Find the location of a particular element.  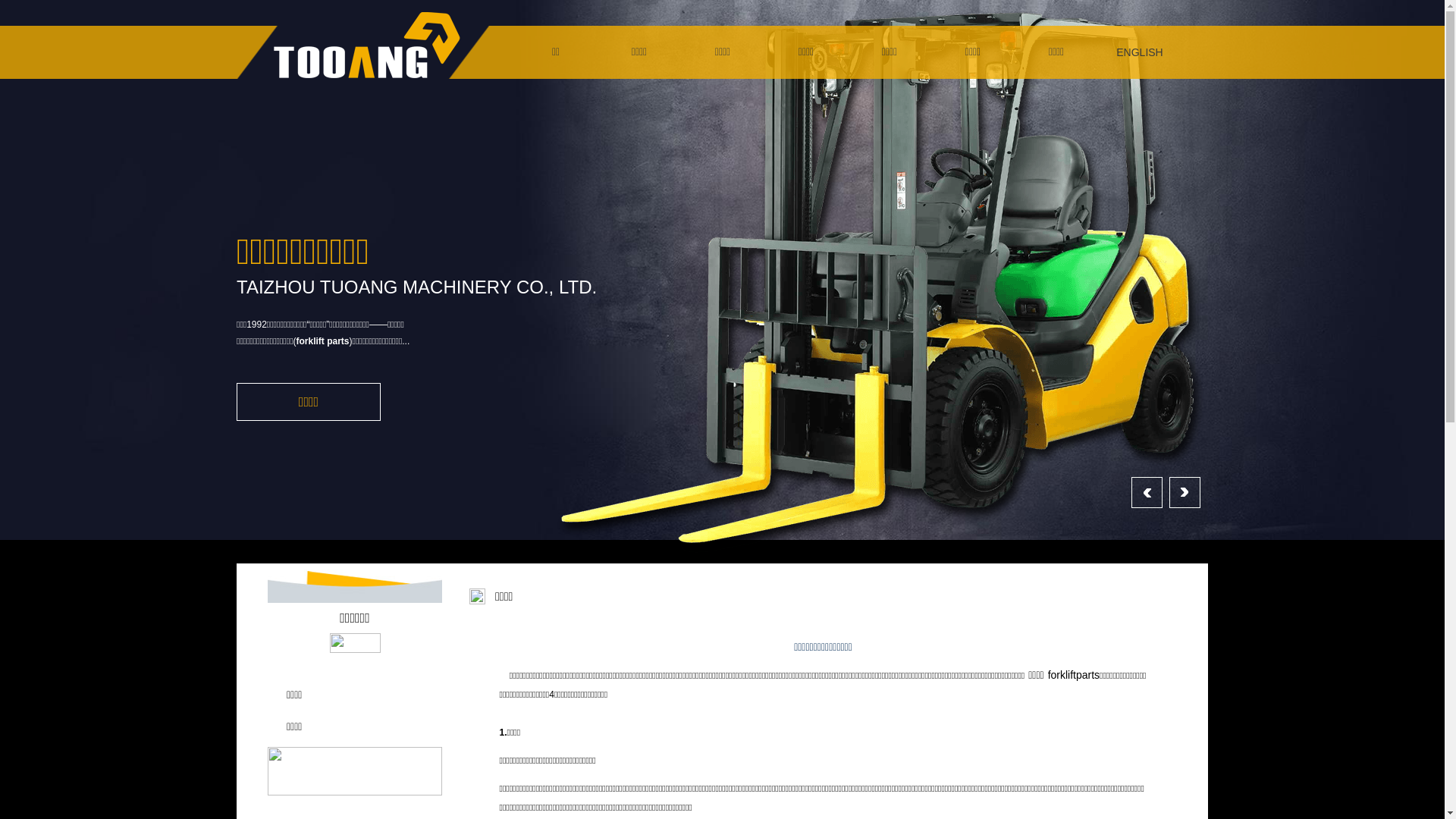

'ENGLISH' is located at coordinates (1139, 52).